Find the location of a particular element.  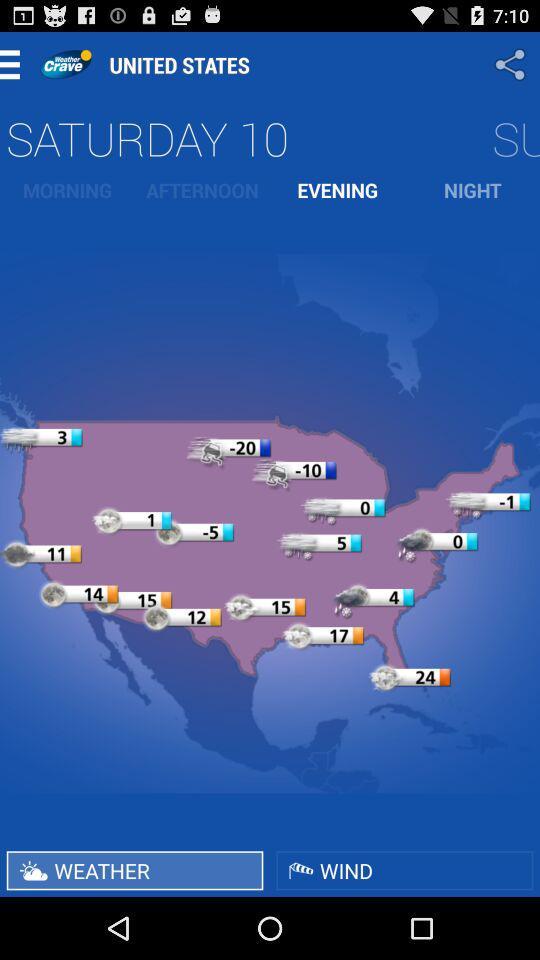

share this page is located at coordinates (512, 64).